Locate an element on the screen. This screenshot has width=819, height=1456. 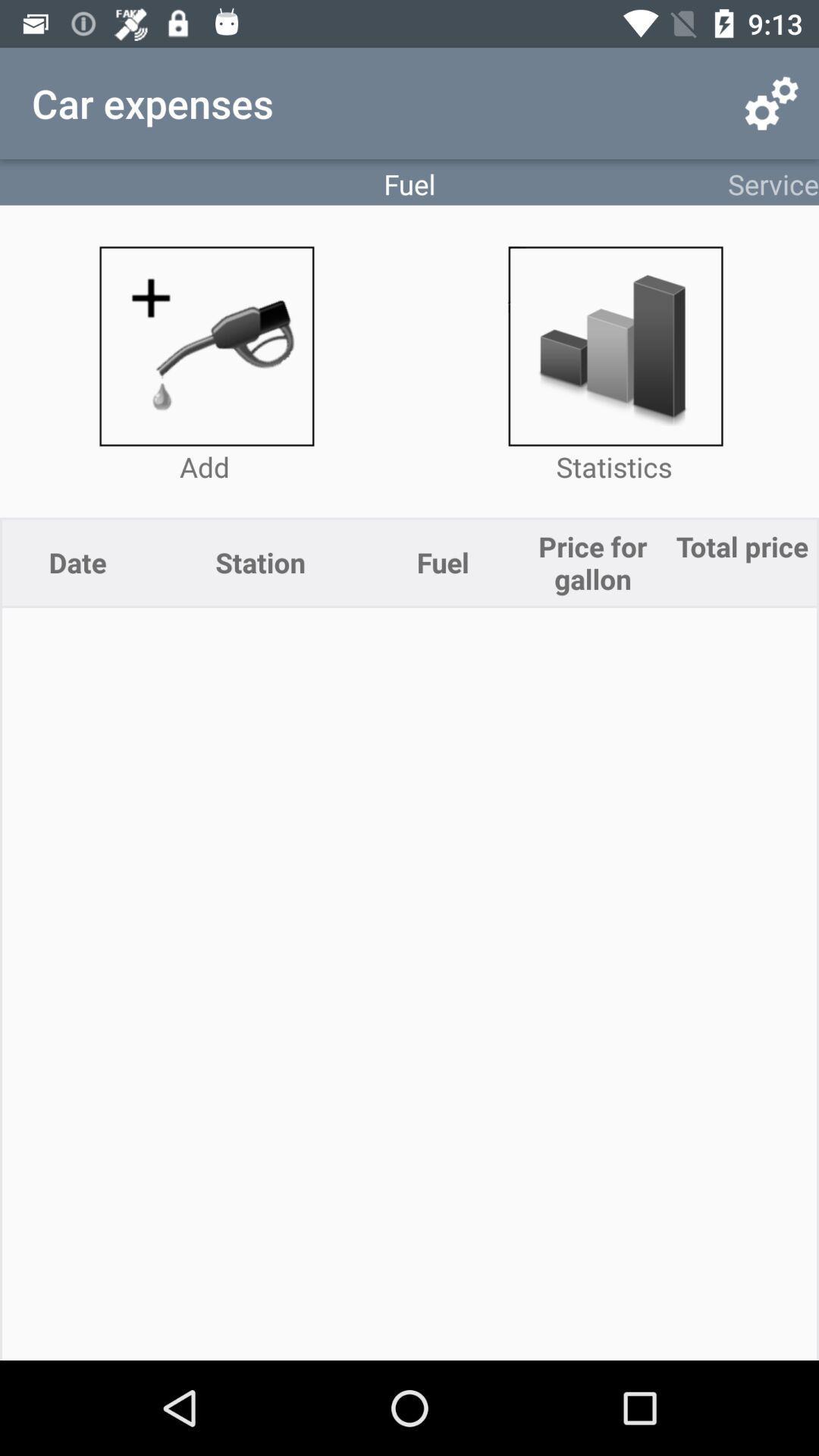
the item next to the fuel icon is located at coordinates (771, 102).